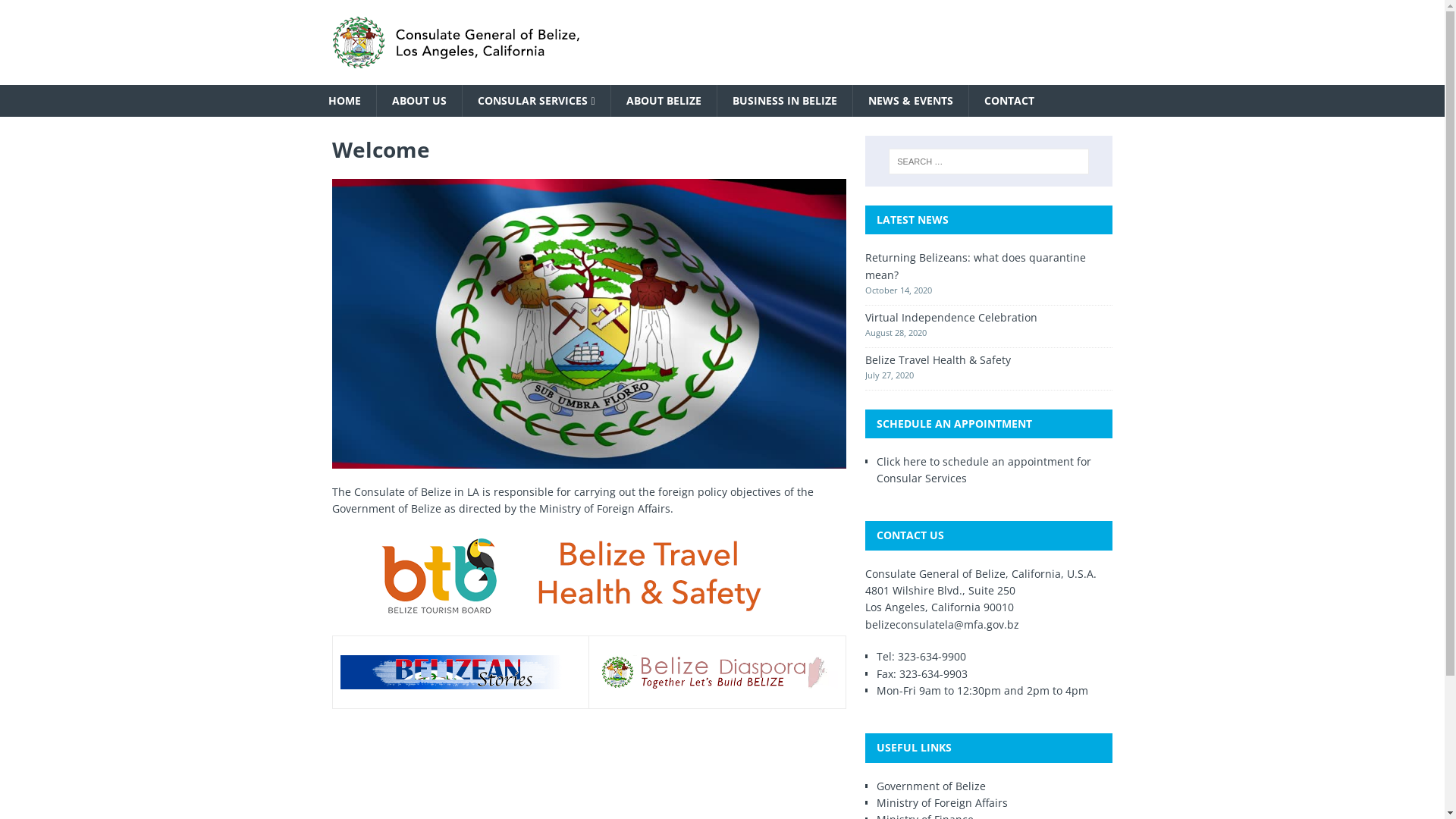 The height and width of the screenshot is (819, 1456). What do you see at coordinates (663, 100) in the screenshot?
I see `'ABOUT BELIZE'` at bounding box center [663, 100].